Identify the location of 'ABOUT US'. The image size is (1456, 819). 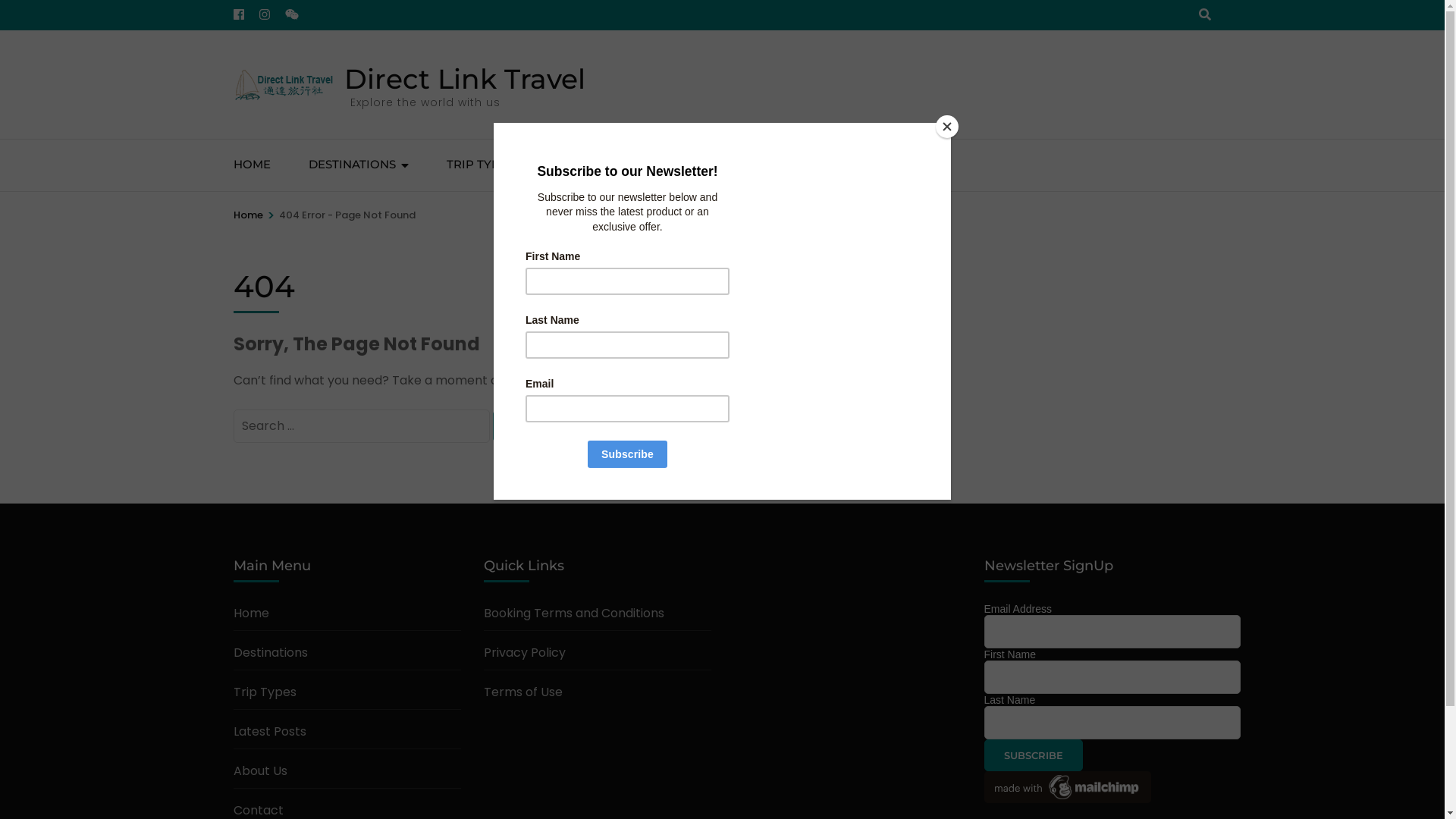
(740, 165).